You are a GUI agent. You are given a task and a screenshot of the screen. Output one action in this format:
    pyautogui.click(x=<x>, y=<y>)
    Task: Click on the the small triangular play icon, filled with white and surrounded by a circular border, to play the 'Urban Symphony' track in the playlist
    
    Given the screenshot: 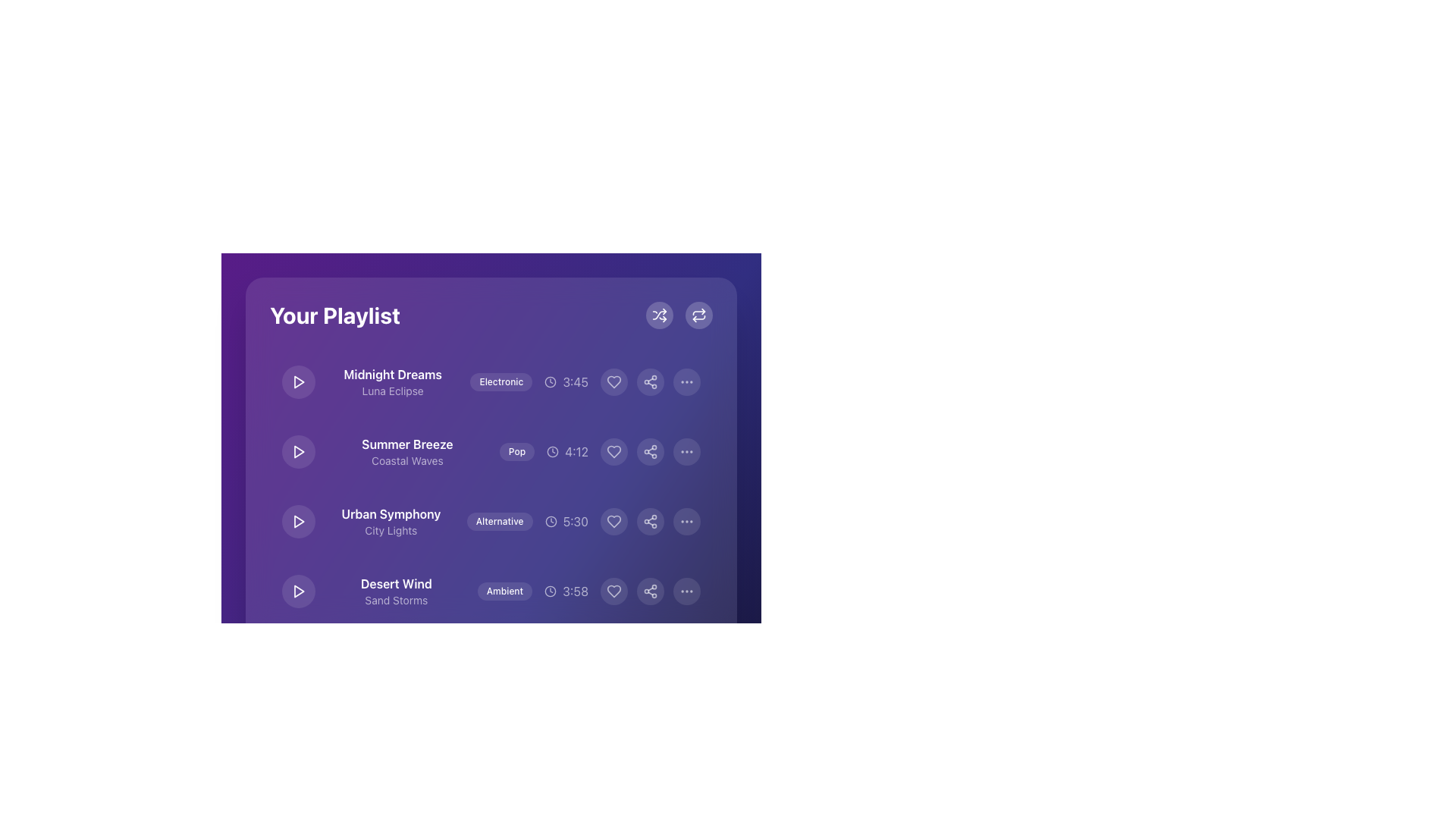 What is the action you would take?
    pyautogui.click(x=299, y=520)
    